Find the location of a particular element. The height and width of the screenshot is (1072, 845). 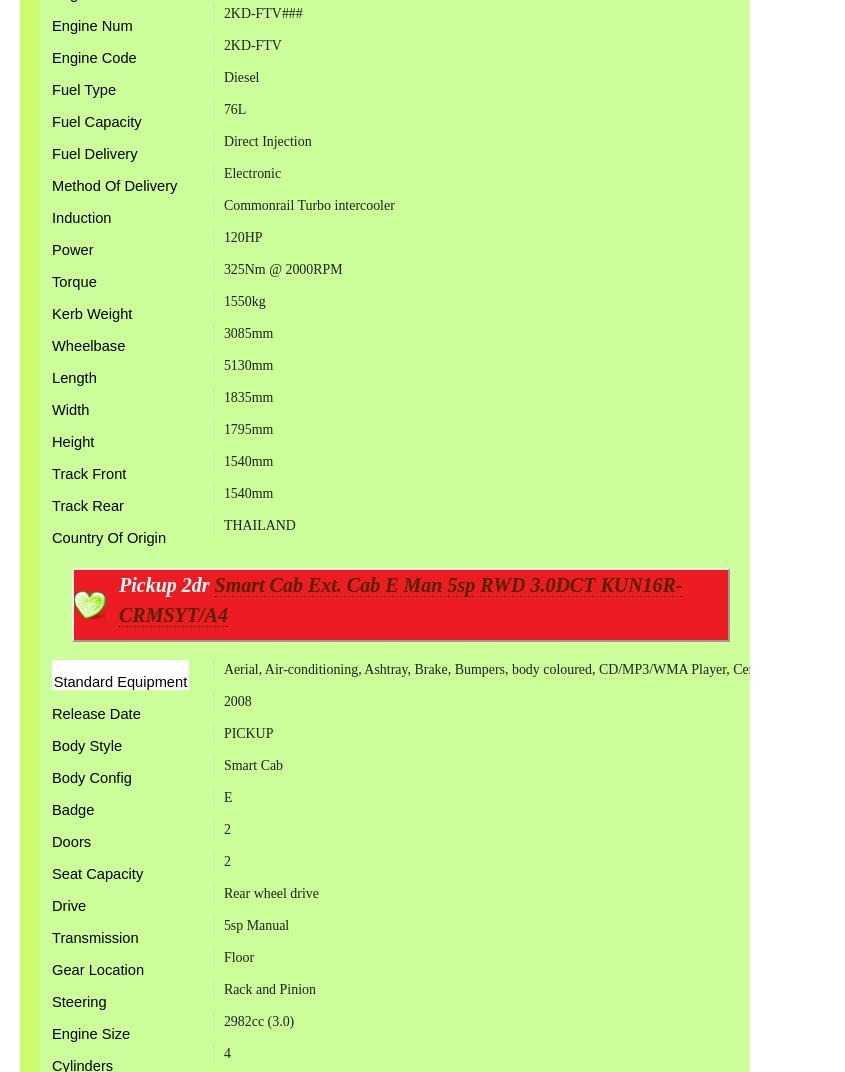

'Smart Cab Ext. Cab E Man 5sp RWD 3.0DCT KUN16R-CRMSYT/A4' is located at coordinates (399, 598).